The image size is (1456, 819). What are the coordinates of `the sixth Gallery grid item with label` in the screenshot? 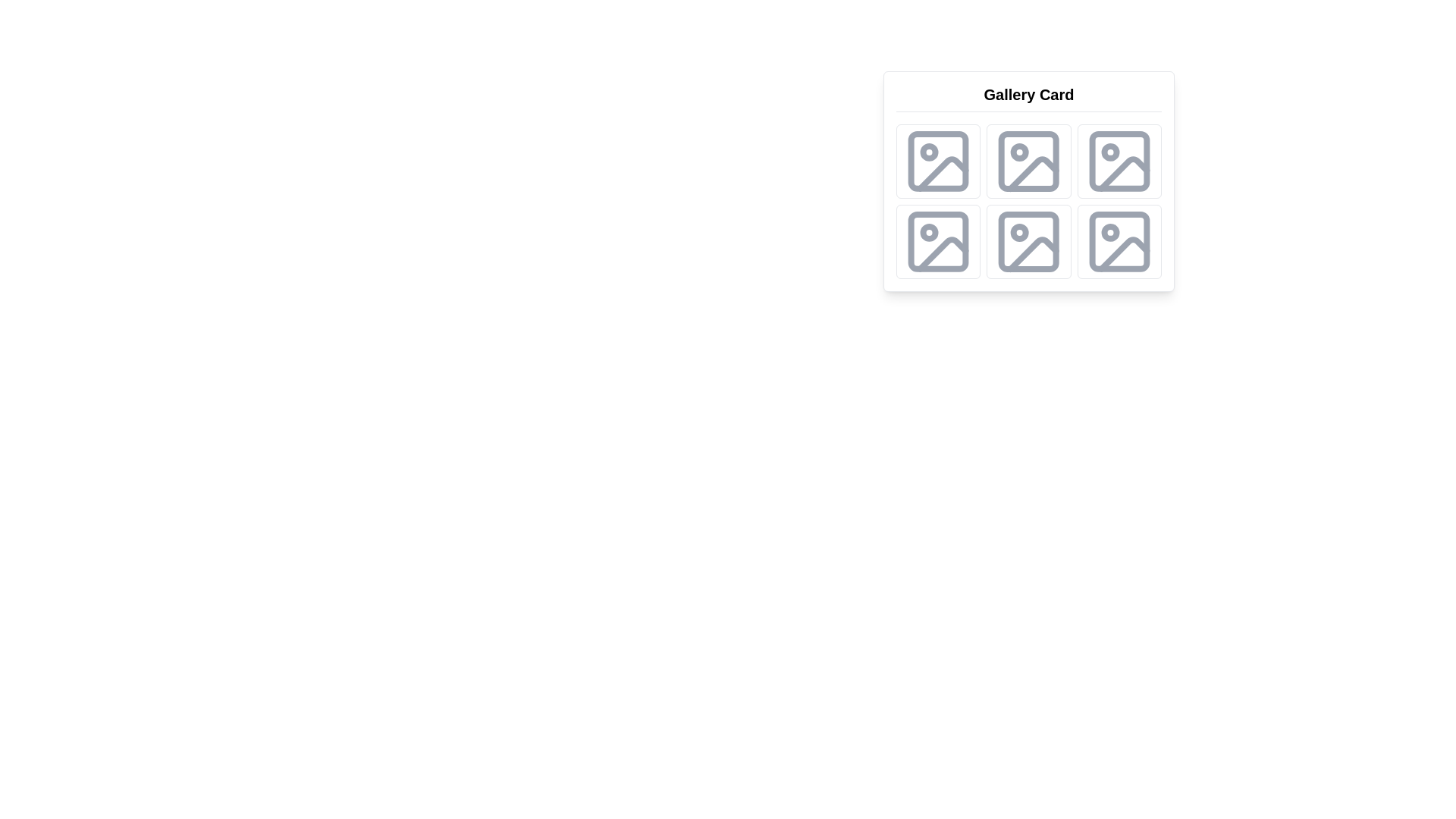 It's located at (1119, 241).